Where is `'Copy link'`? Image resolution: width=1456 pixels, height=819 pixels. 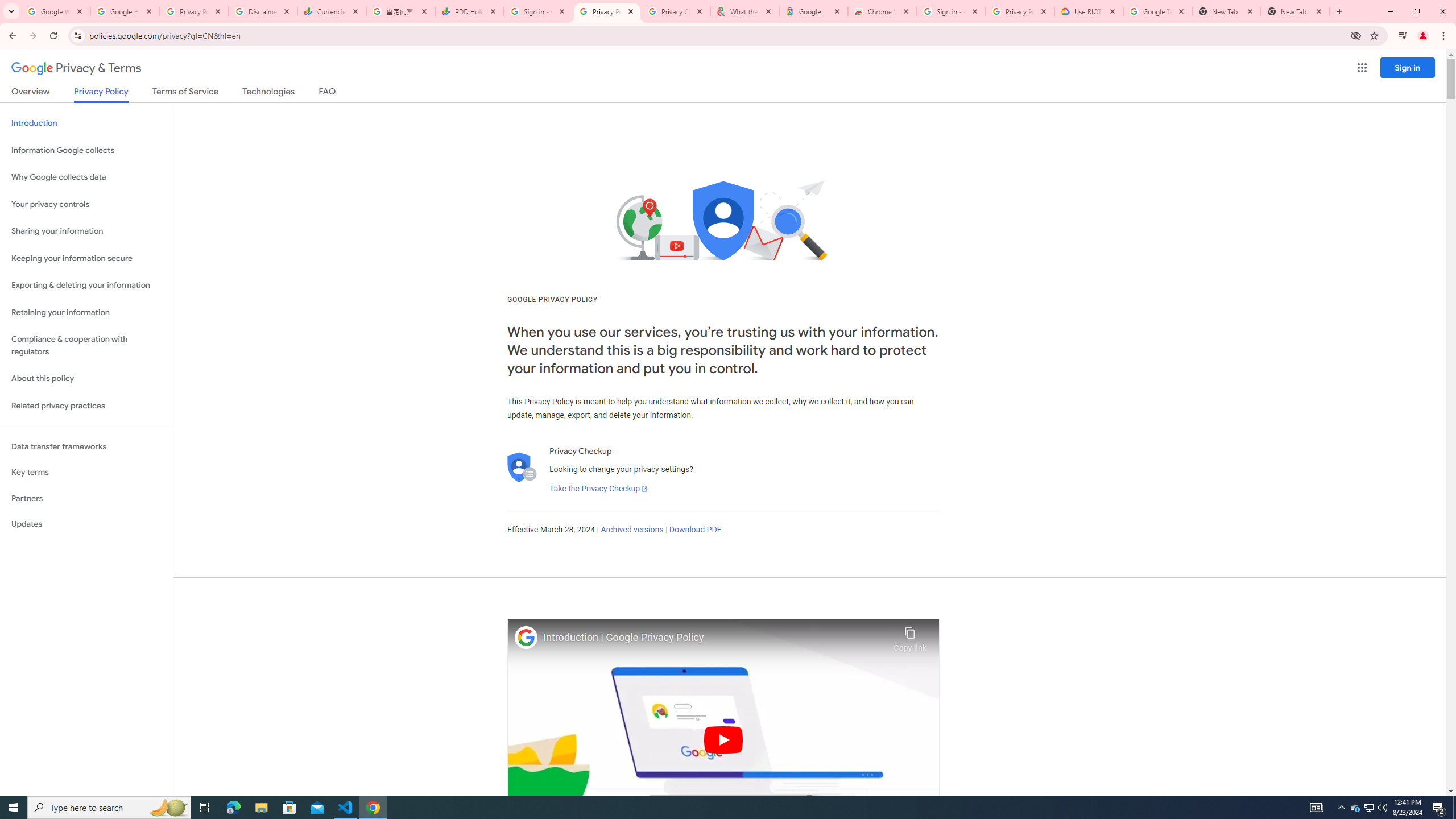 'Copy link' is located at coordinates (909, 636).